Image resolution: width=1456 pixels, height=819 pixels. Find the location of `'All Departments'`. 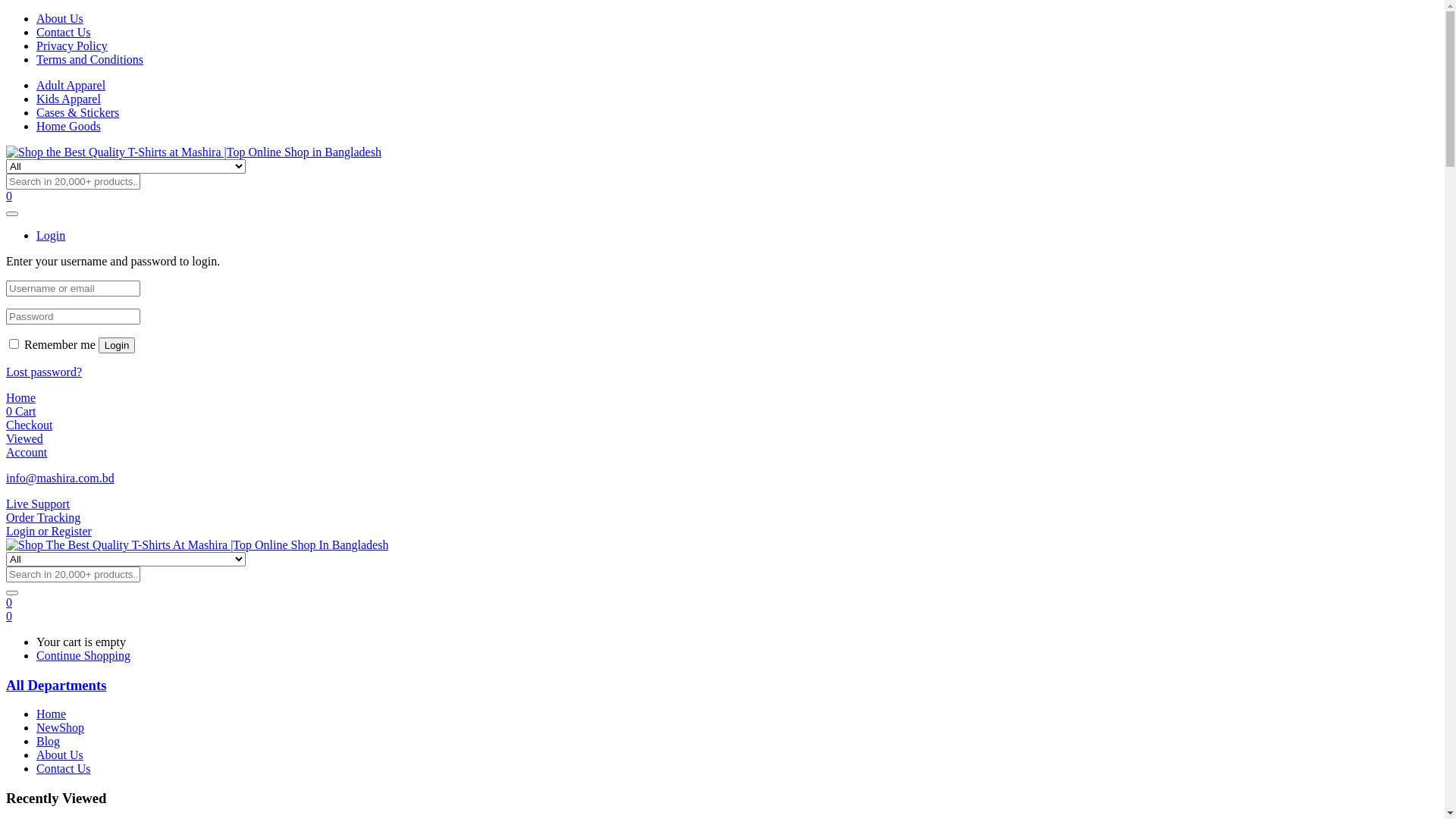

'All Departments' is located at coordinates (55, 685).